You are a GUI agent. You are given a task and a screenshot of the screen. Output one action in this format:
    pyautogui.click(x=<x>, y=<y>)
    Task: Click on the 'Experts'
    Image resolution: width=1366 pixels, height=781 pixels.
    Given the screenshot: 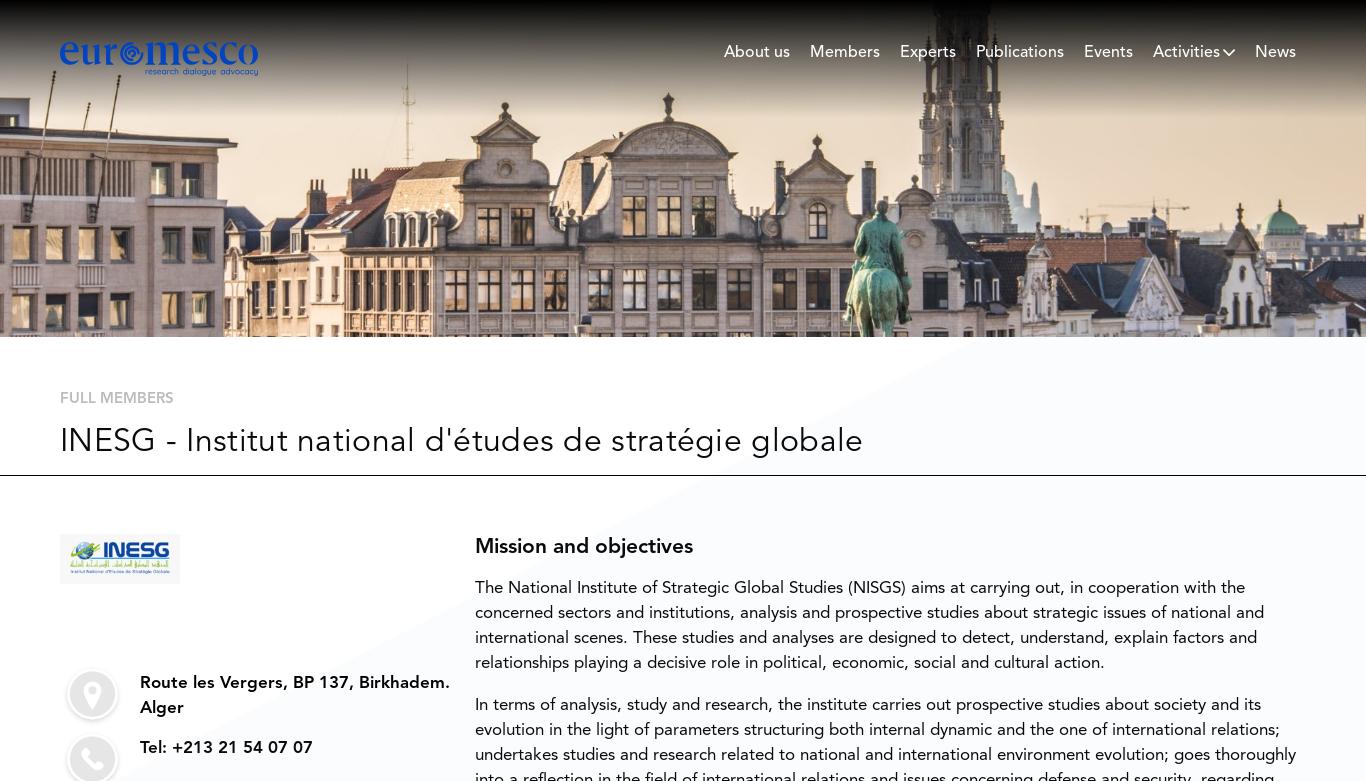 What is the action you would take?
    pyautogui.click(x=899, y=52)
    